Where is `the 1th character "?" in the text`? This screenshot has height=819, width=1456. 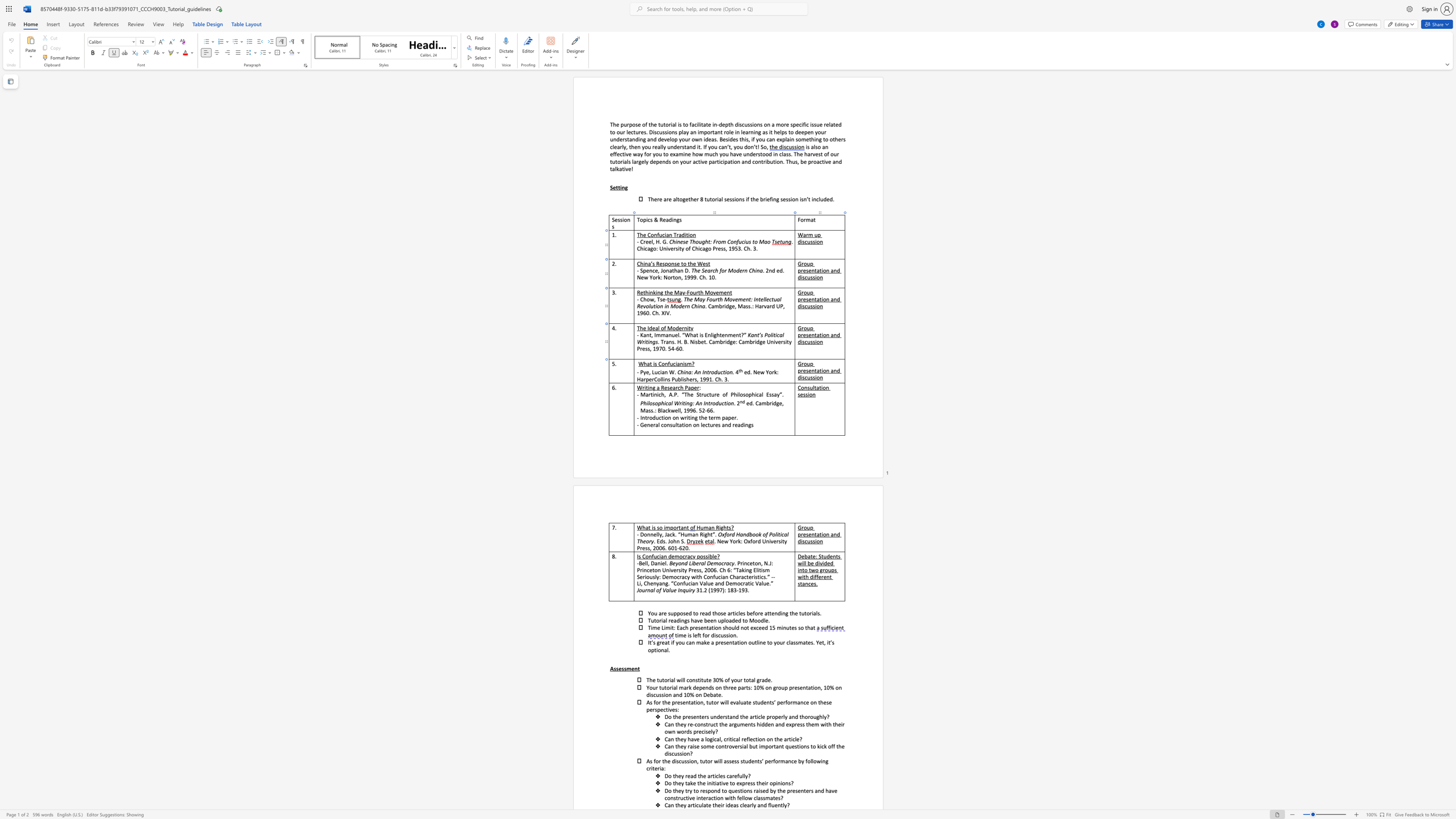
the 1th character "?" in the text is located at coordinates (693, 363).